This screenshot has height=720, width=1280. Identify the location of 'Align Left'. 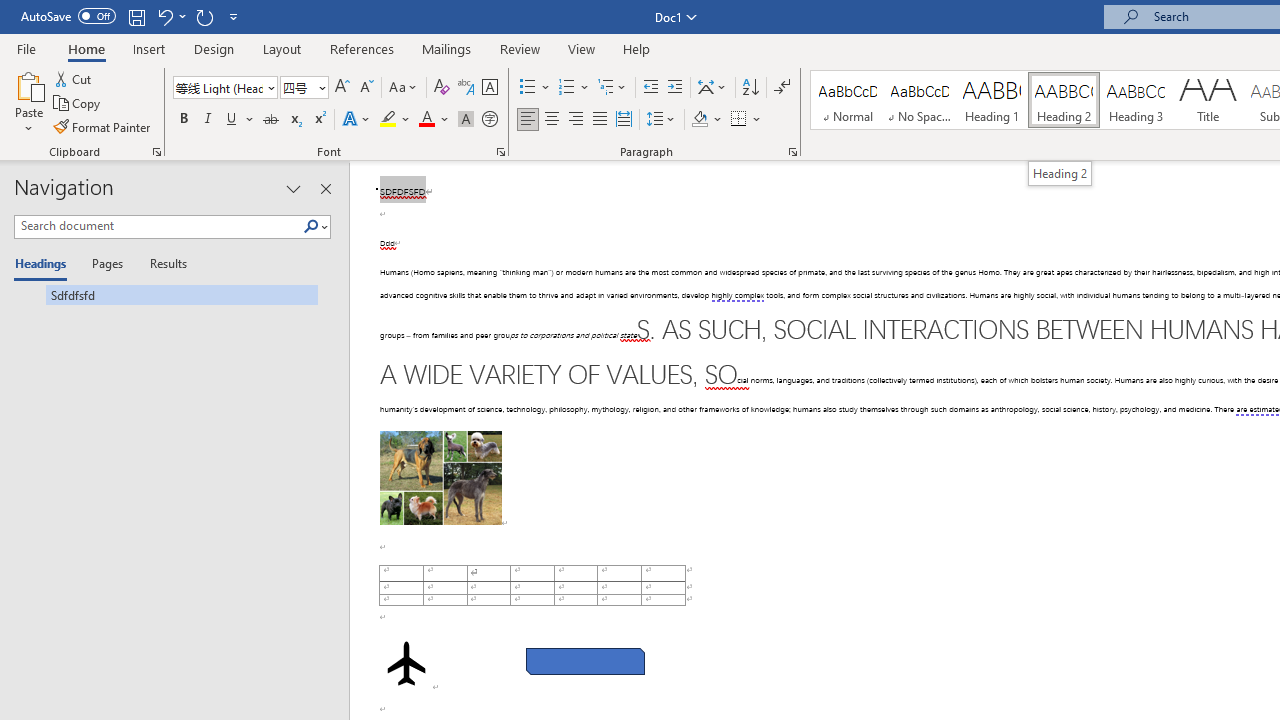
(528, 119).